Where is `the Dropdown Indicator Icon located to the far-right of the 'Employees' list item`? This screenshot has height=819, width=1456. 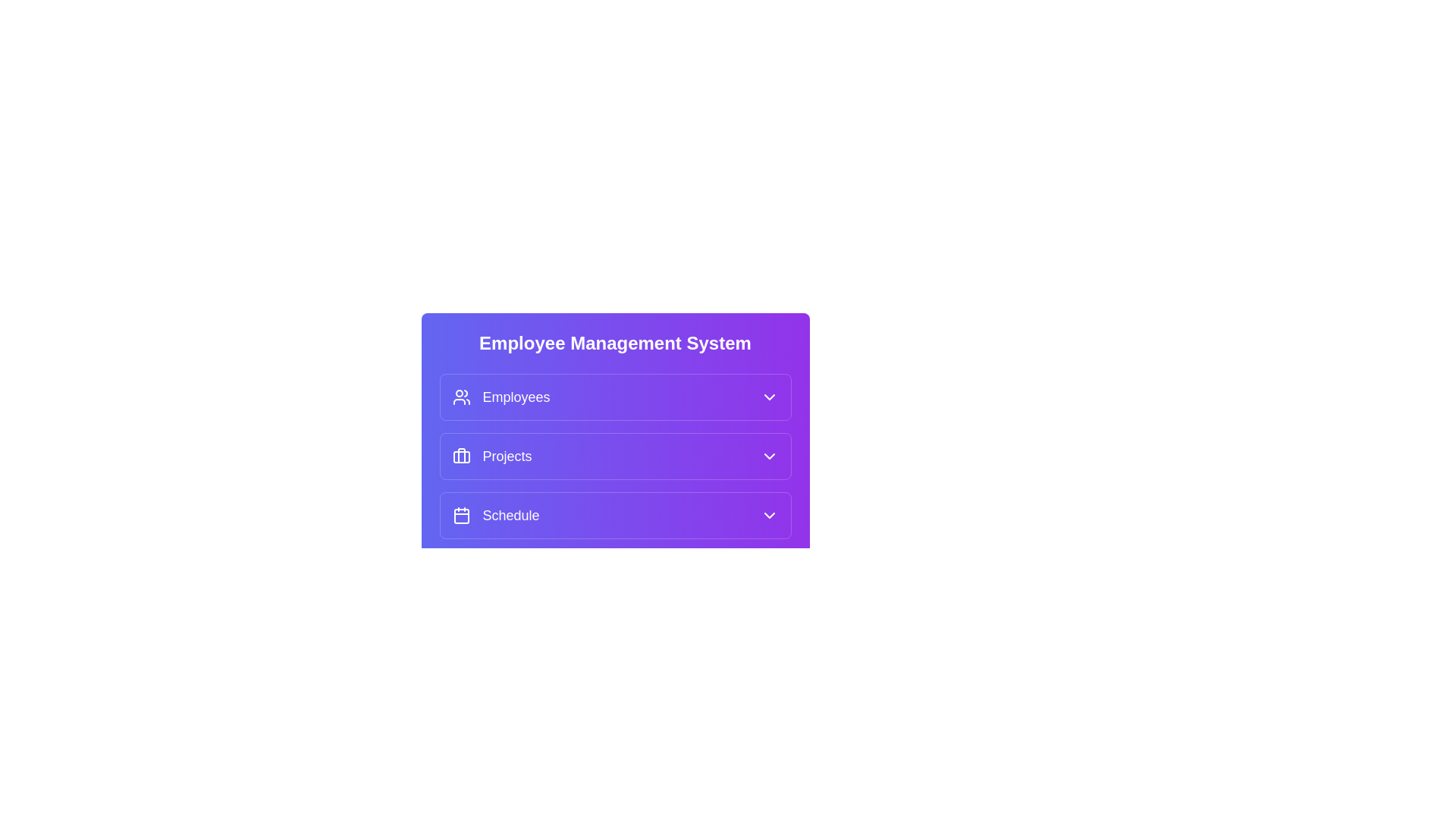 the Dropdown Indicator Icon located to the far-right of the 'Employees' list item is located at coordinates (769, 397).